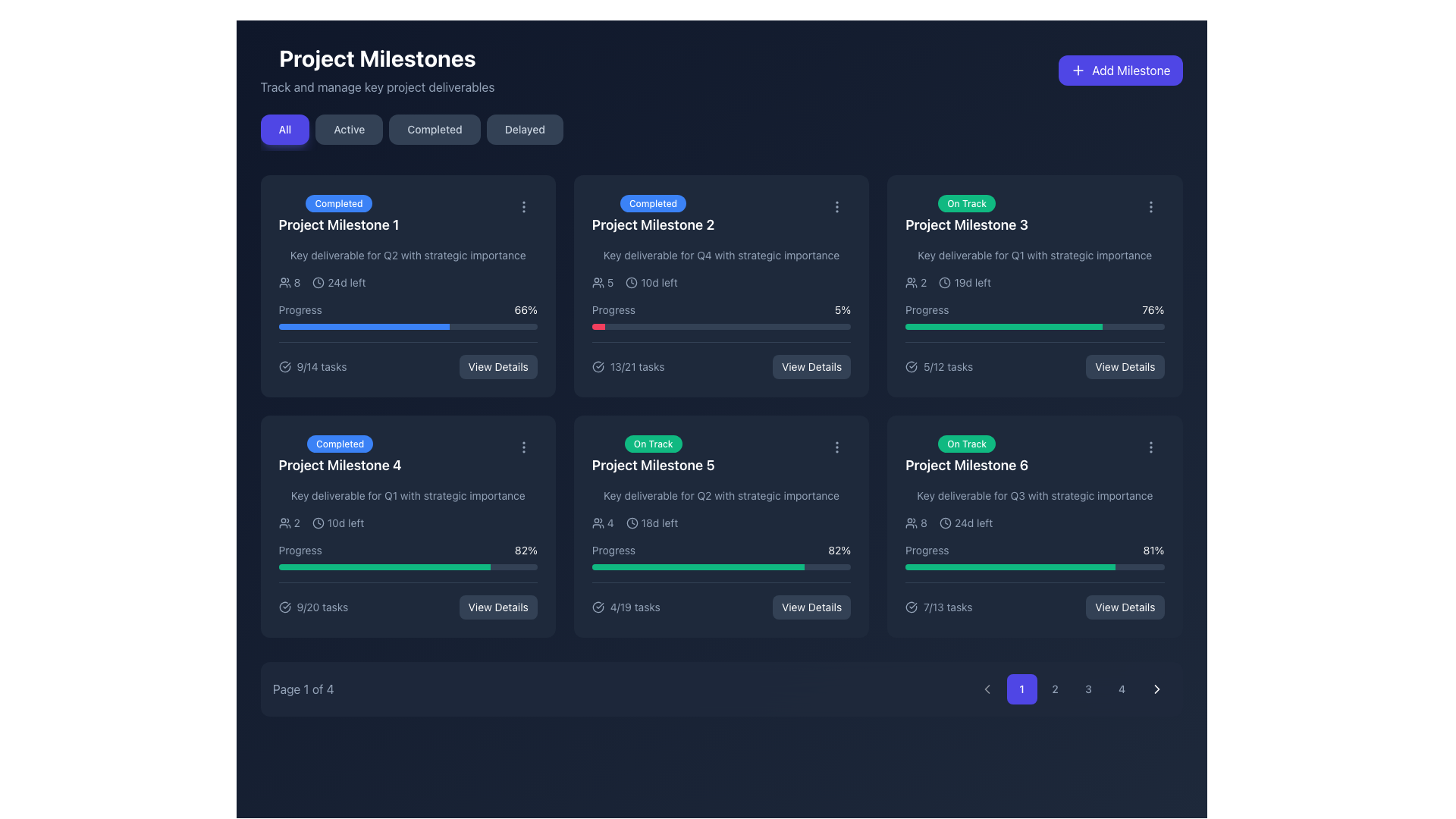 The height and width of the screenshot is (819, 1456). I want to click on the right-pointing chevron icon in the pagination control area, so click(1156, 689).